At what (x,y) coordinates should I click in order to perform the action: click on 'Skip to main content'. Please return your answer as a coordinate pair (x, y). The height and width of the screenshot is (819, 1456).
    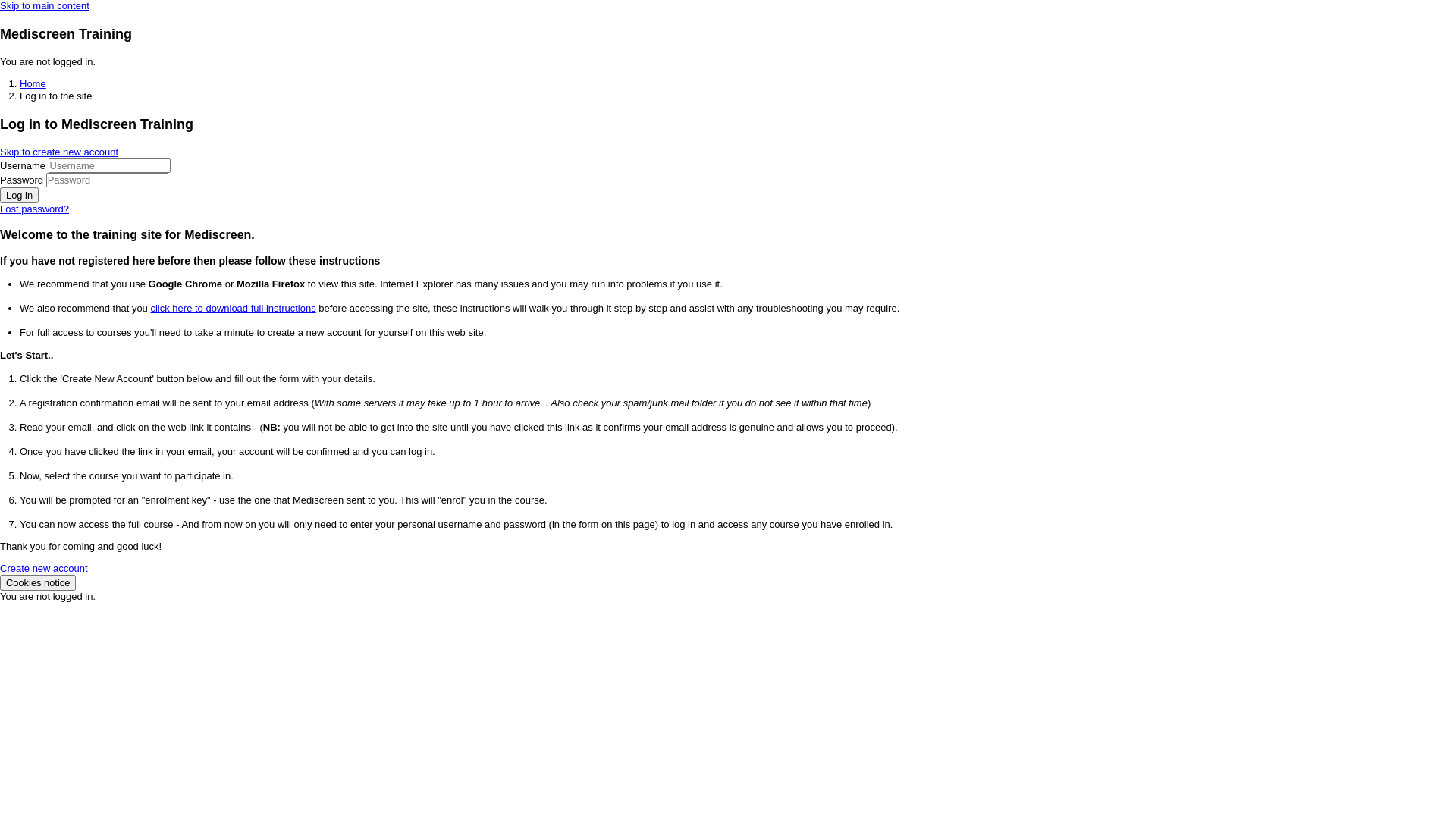
    Looking at the image, I should click on (44, 5).